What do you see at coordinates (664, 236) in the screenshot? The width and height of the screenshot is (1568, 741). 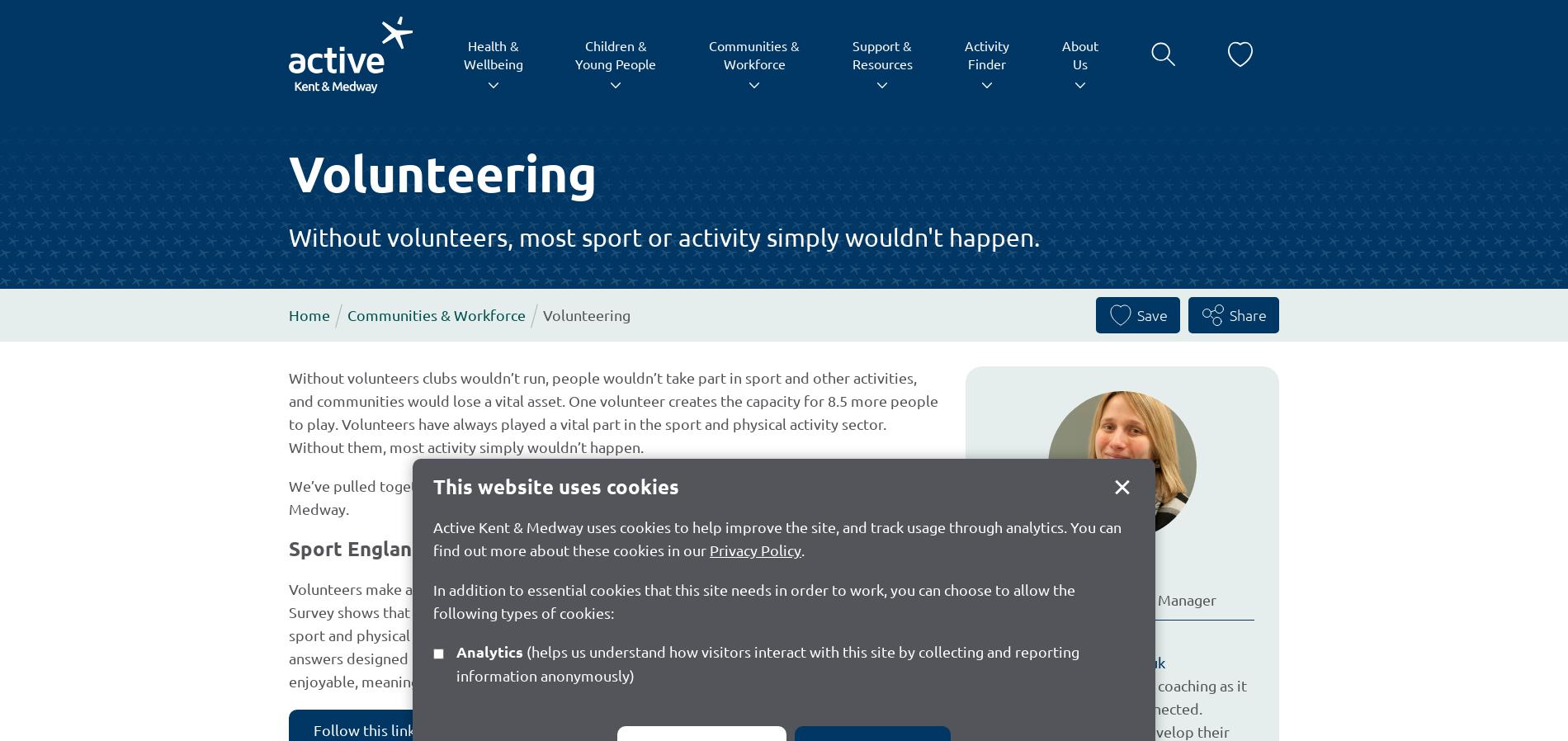 I see `'Without volunteers, most sport or activity simply wouldn't happen.'` at bounding box center [664, 236].